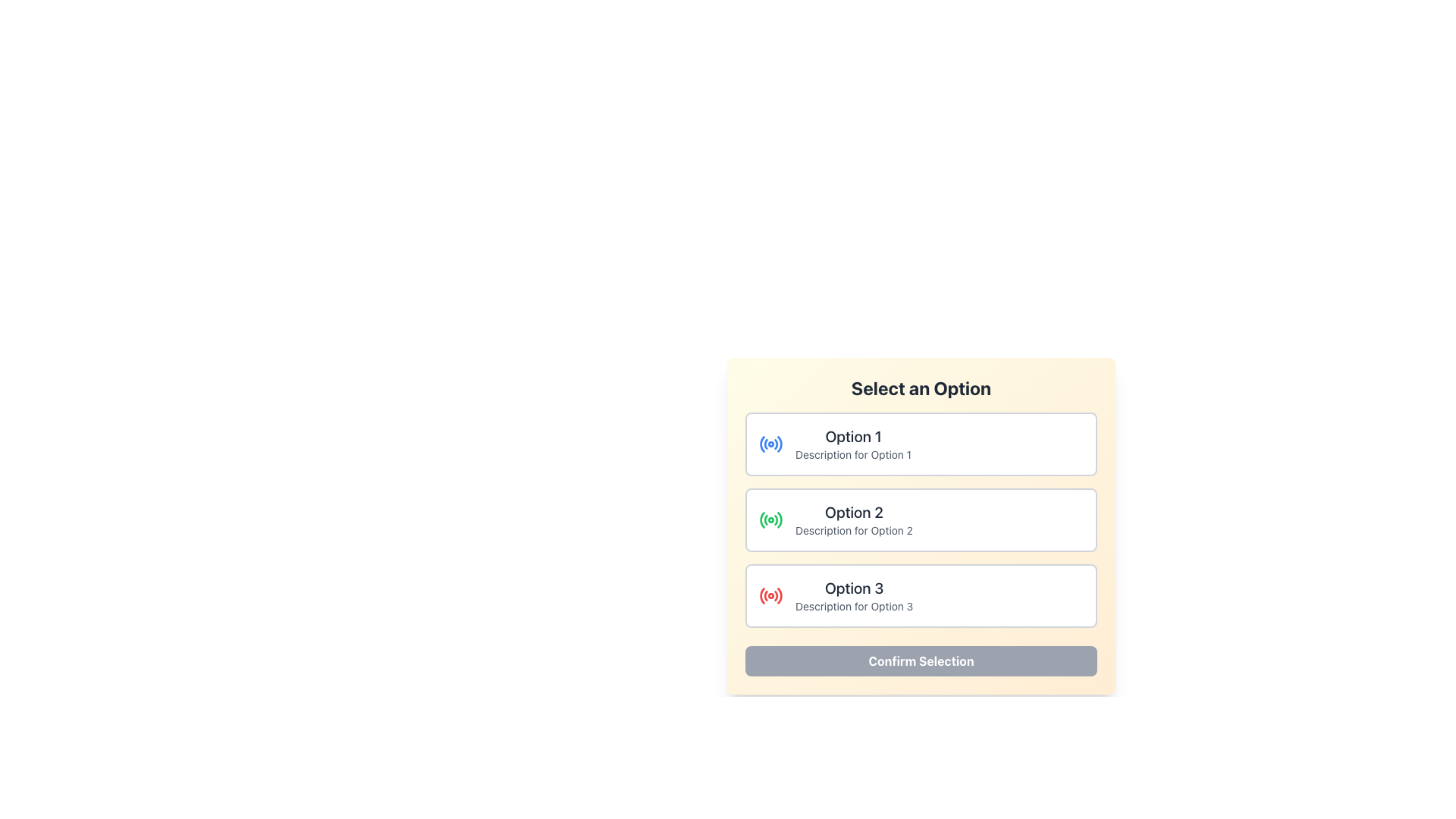 The width and height of the screenshot is (1456, 819). Describe the element at coordinates (771, 595) in the screenshot. I see `the red circular icon resembling radio signal waves located in the third option row of the options section` at that location.